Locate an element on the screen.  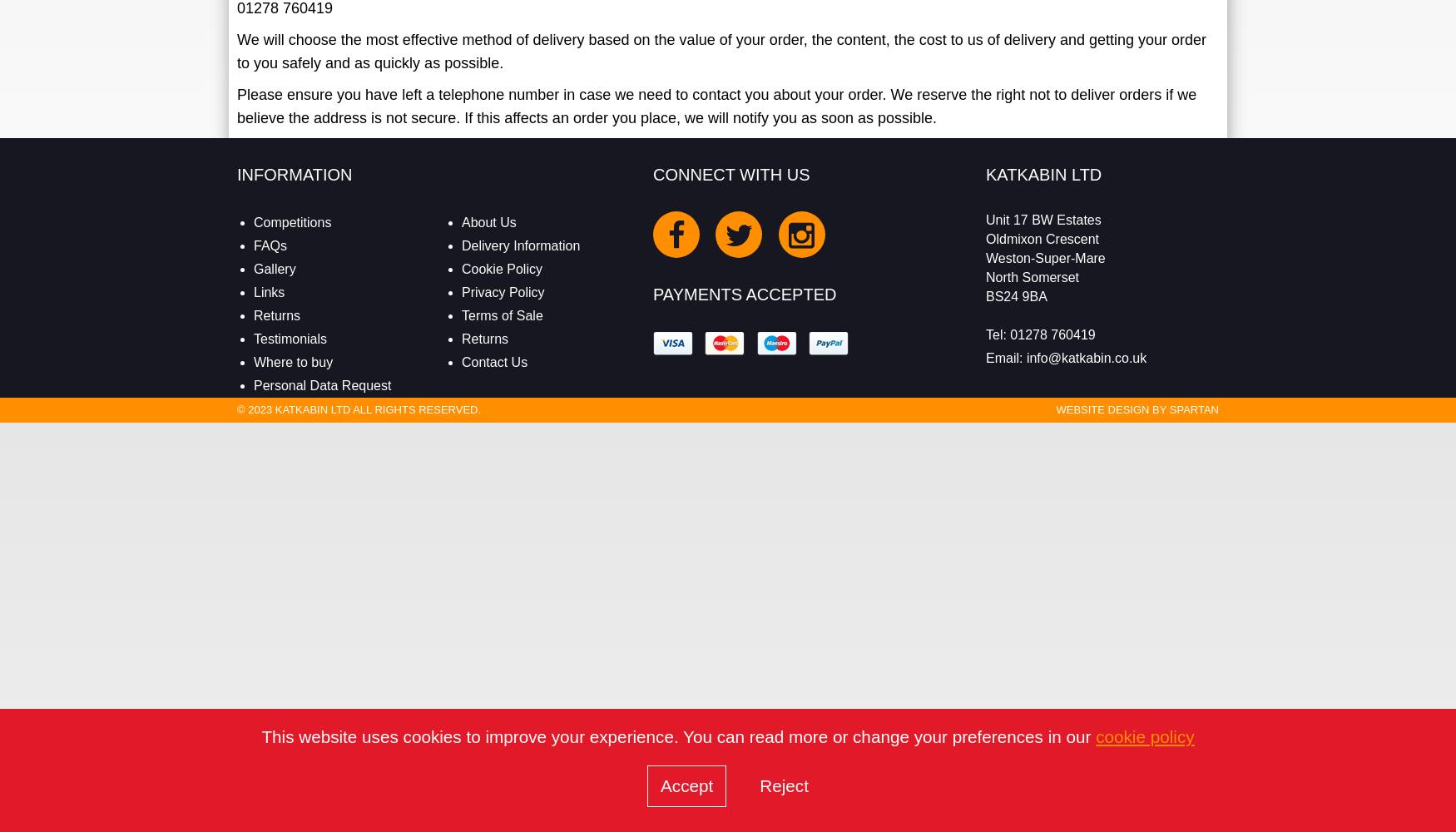
'About Us' is located at coordinates (488, 222).